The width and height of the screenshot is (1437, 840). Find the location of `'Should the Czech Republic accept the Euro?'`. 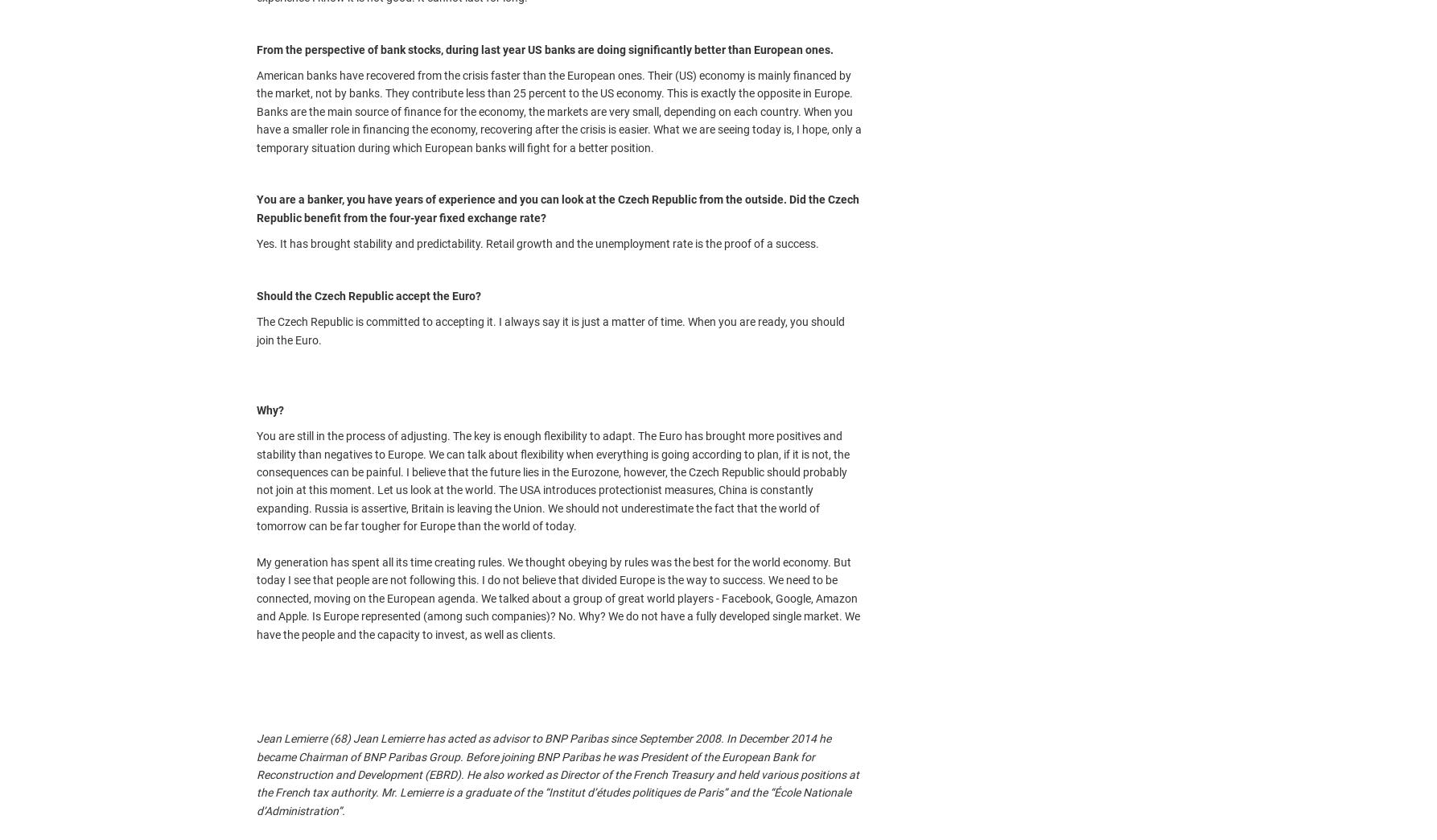

'Should the Czech Republic accept the Euro?' is located at coordinates (368, 294).